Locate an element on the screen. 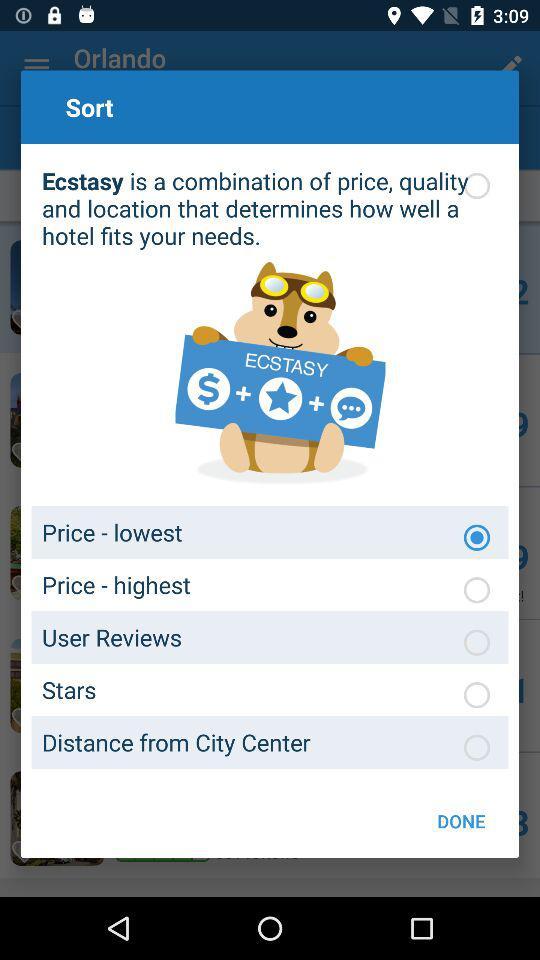 The width and height of the screenshot is (540, 960). sort by stars is located at coordinates (475, 695).